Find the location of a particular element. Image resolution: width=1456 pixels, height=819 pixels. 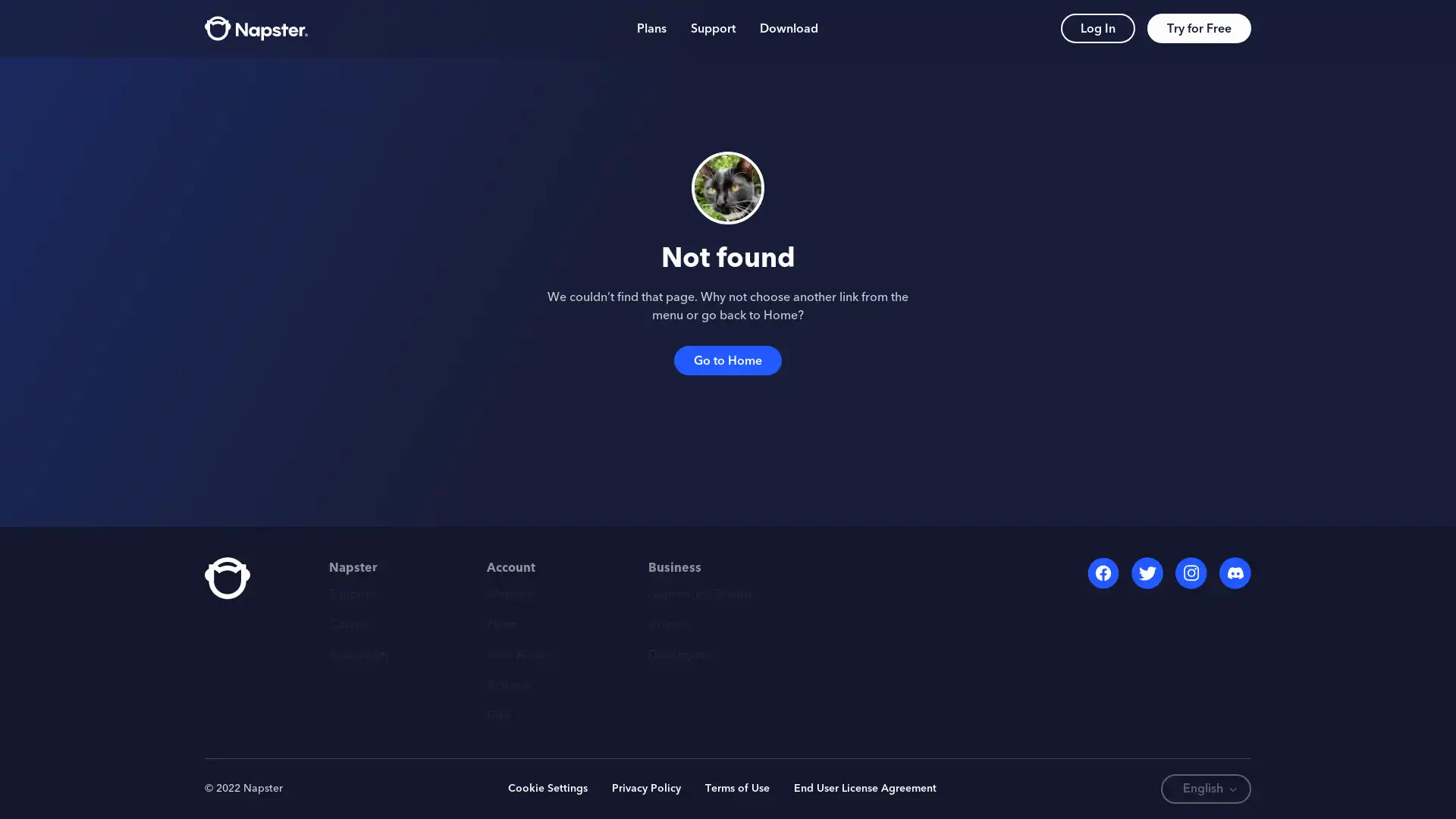

Accept is located at coordinates (1082, 764).